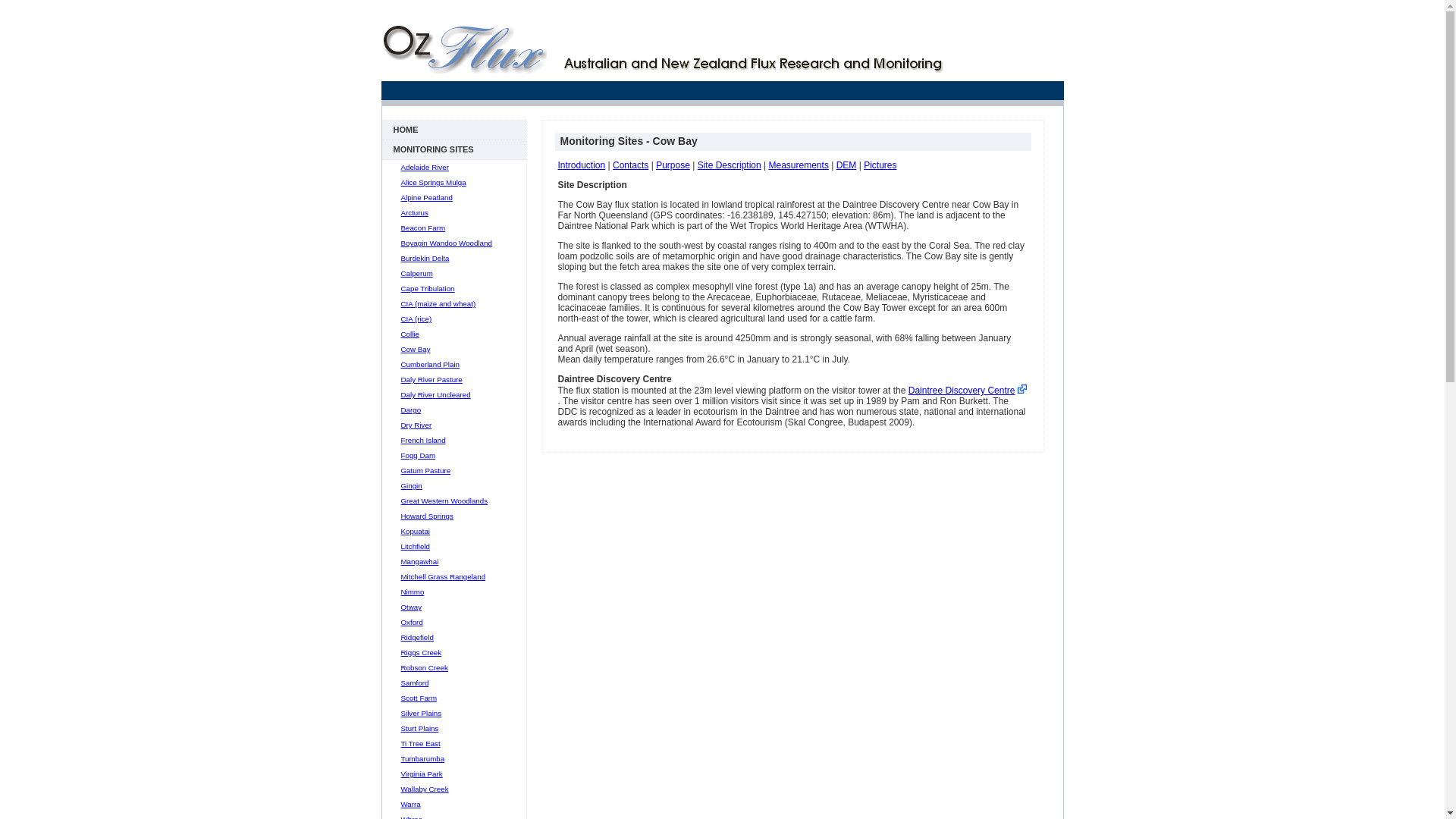 This screenshot has width=1456, height=819. Describe the element at coordinates (961, 390) in the screenshot. I see `'Daintree Discovery Centre'` at that location.